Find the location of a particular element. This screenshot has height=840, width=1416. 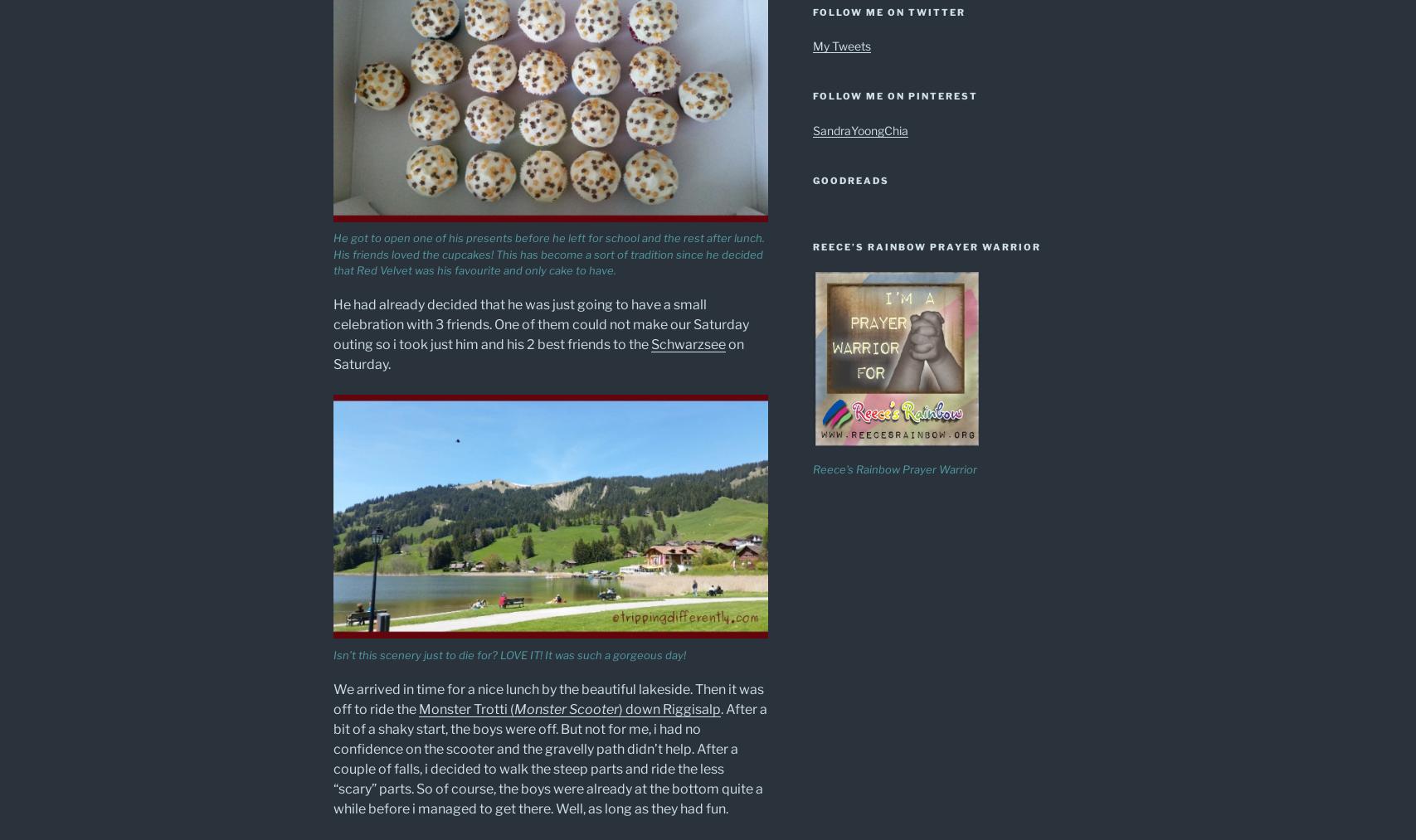

'Follow me on Pinterest' is located at coordinates (894, 95).